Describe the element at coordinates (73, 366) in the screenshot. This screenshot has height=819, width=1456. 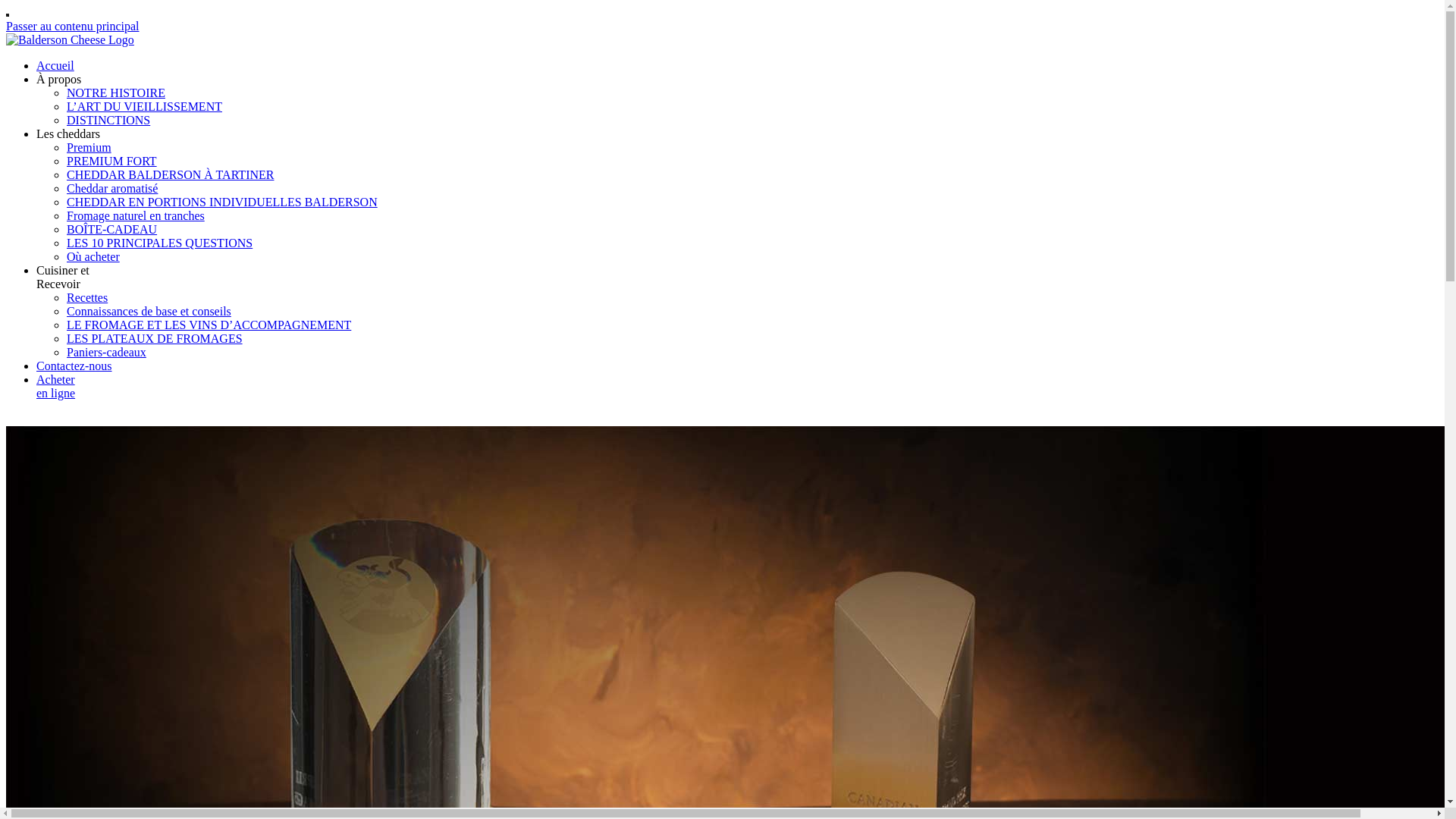
I see `'Contactez-nous'` at that location.